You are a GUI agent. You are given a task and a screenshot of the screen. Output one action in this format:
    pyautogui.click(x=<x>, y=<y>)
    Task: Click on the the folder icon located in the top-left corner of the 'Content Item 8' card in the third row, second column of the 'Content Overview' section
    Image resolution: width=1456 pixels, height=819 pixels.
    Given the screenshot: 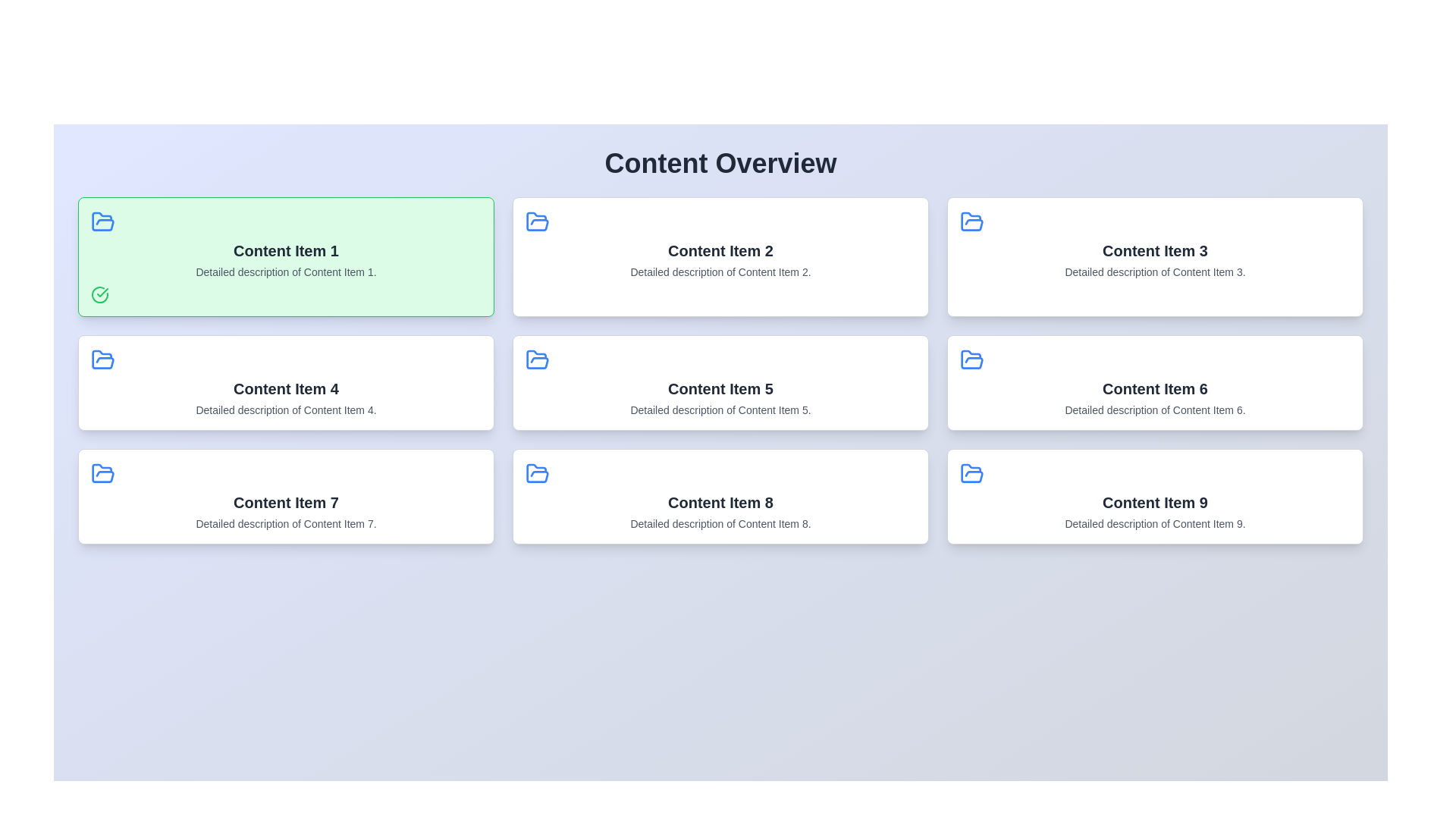 What is the action you would take?
    pyautogui.click(x=538, y=472)
    